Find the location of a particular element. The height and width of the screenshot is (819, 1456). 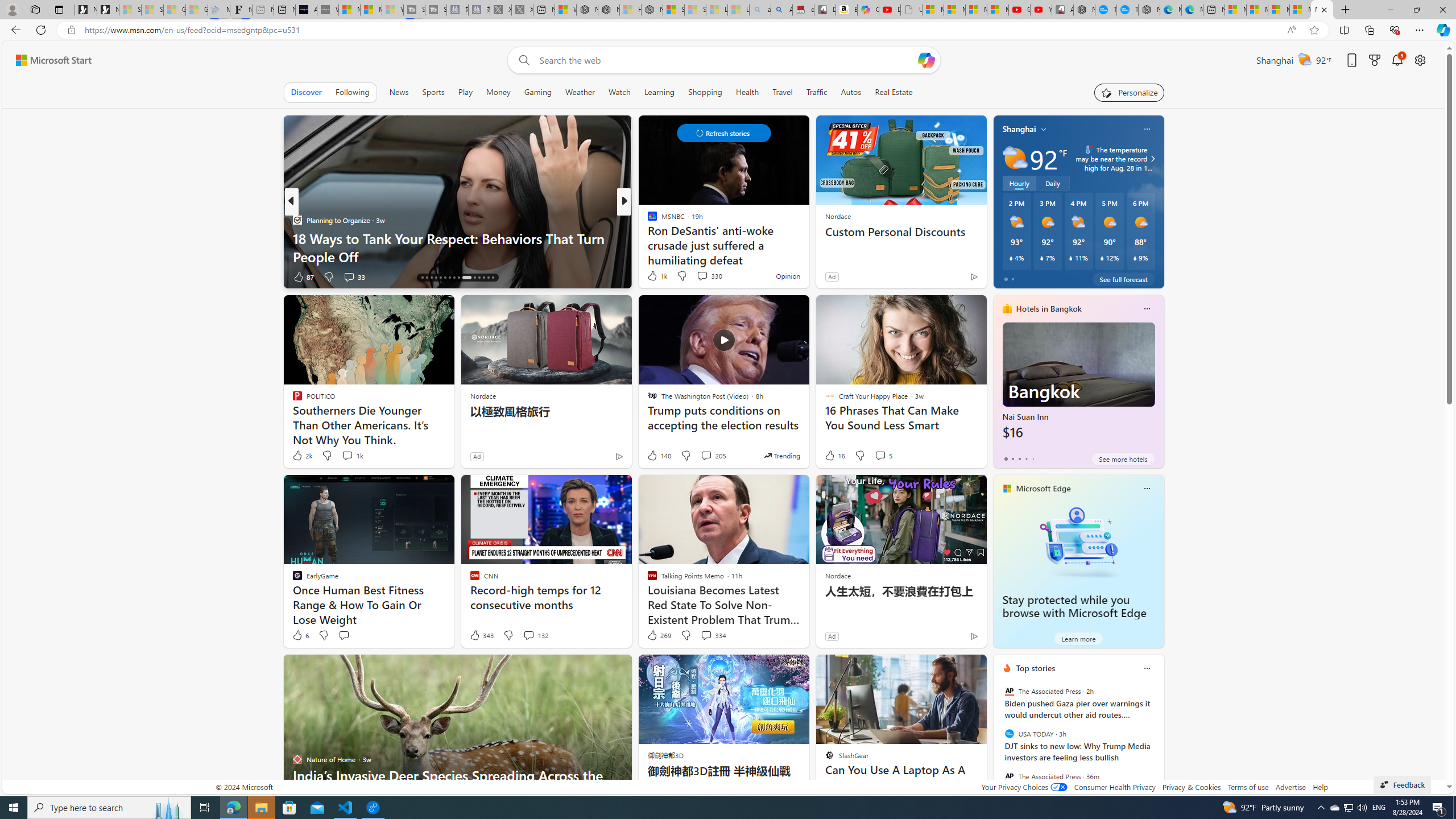

'269 Like' is located at coordinates (658, 634).